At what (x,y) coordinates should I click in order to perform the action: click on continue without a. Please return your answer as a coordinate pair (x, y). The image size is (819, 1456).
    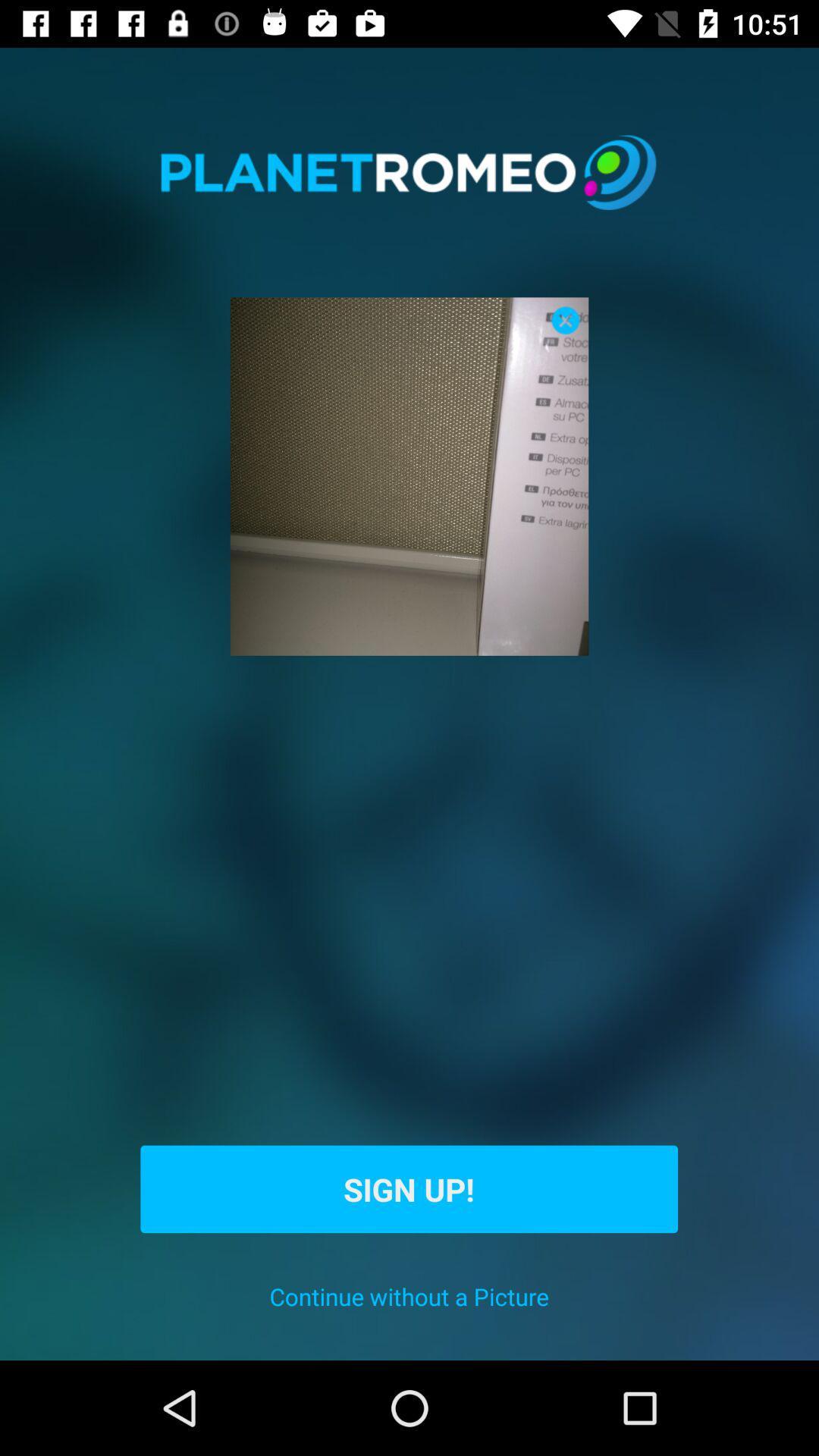
    Looking at the image, I should click on (408, 1295).